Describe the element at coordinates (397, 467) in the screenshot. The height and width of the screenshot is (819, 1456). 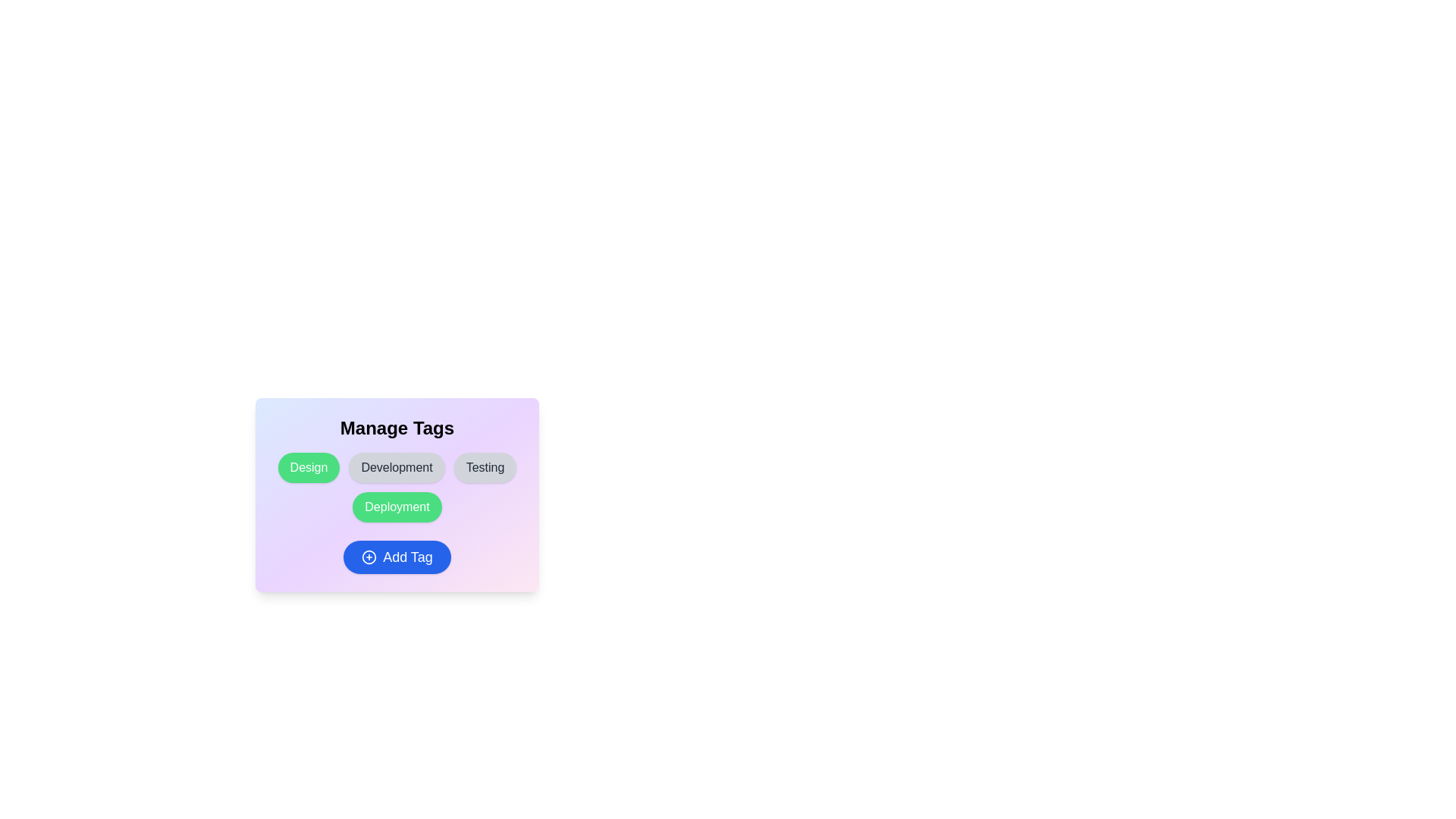
I see `the tag chip labeled Development` at that location.